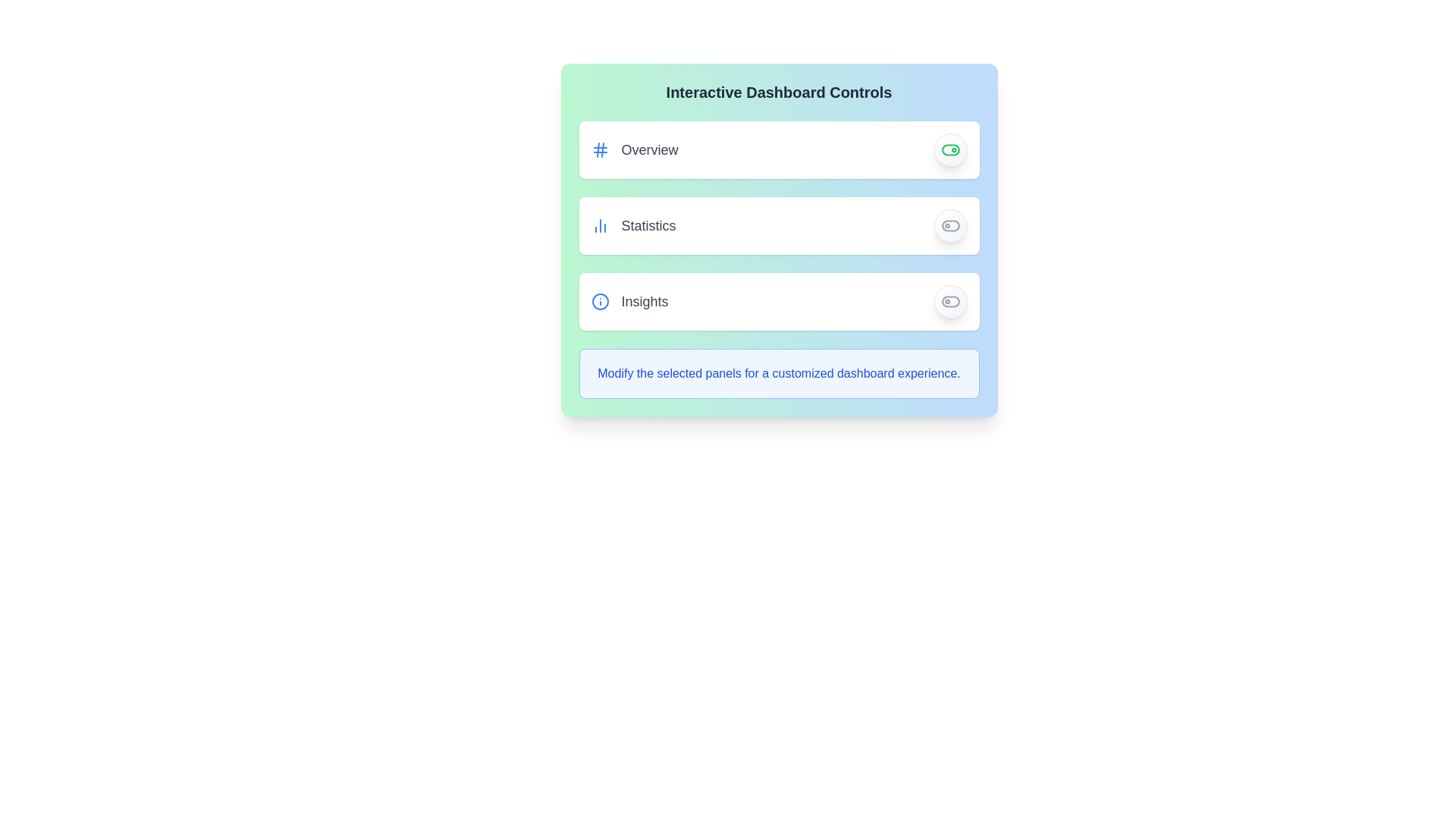 The height and width of the screenshot is (819, 1456). I want to click on the 'Statistics' menu item, which is the second option in a vertical stack of three menu options, so click(779, 225).